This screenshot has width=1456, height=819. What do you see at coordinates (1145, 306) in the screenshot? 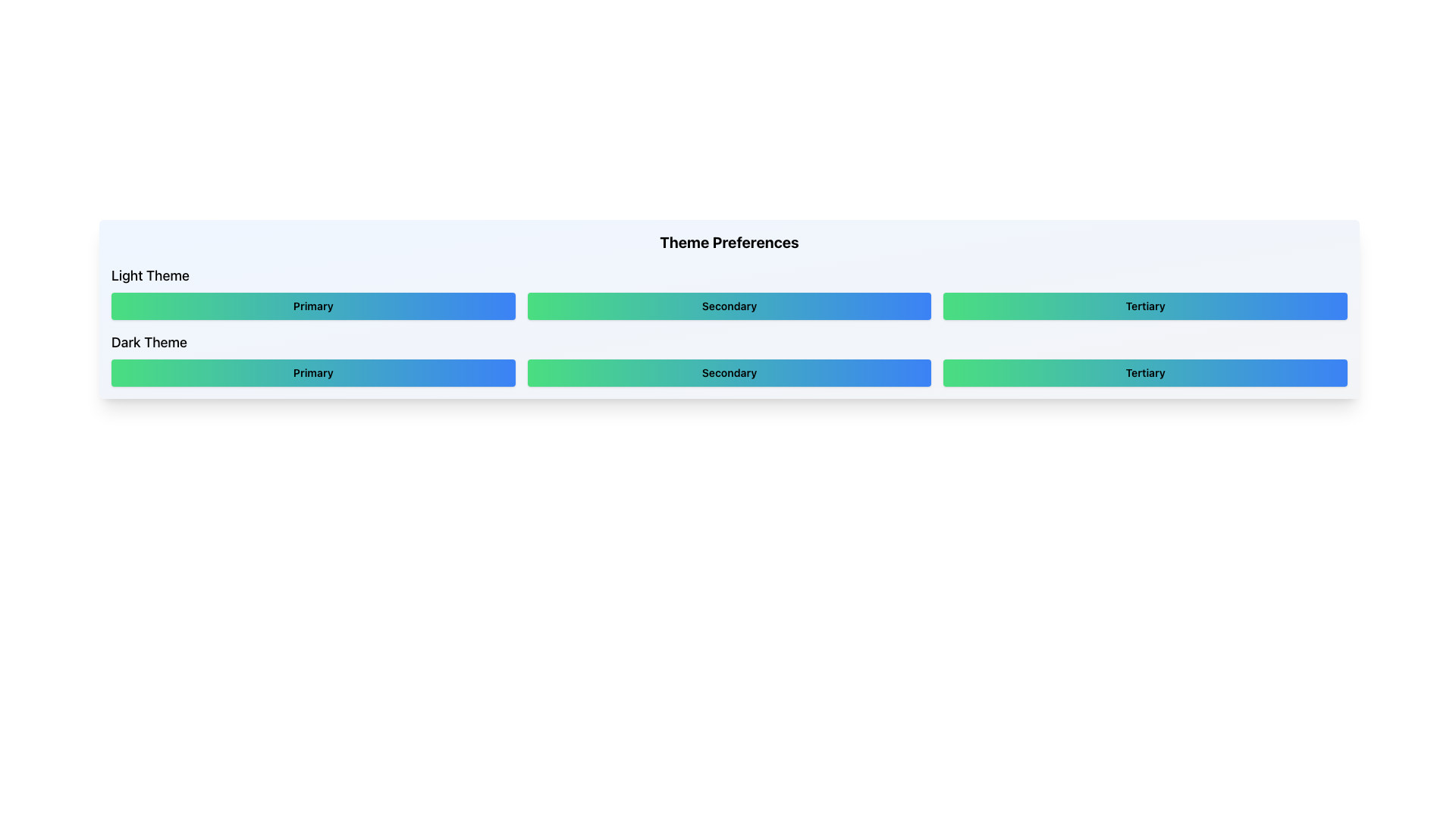
I see `the 'Tertiary' button, which is a rectangular button with a gradient background from green to blue, featuring bold black text centered on it. It is located in the rightmost column of a three-button horizontal grid layout` at bounding box center [1145, 306].